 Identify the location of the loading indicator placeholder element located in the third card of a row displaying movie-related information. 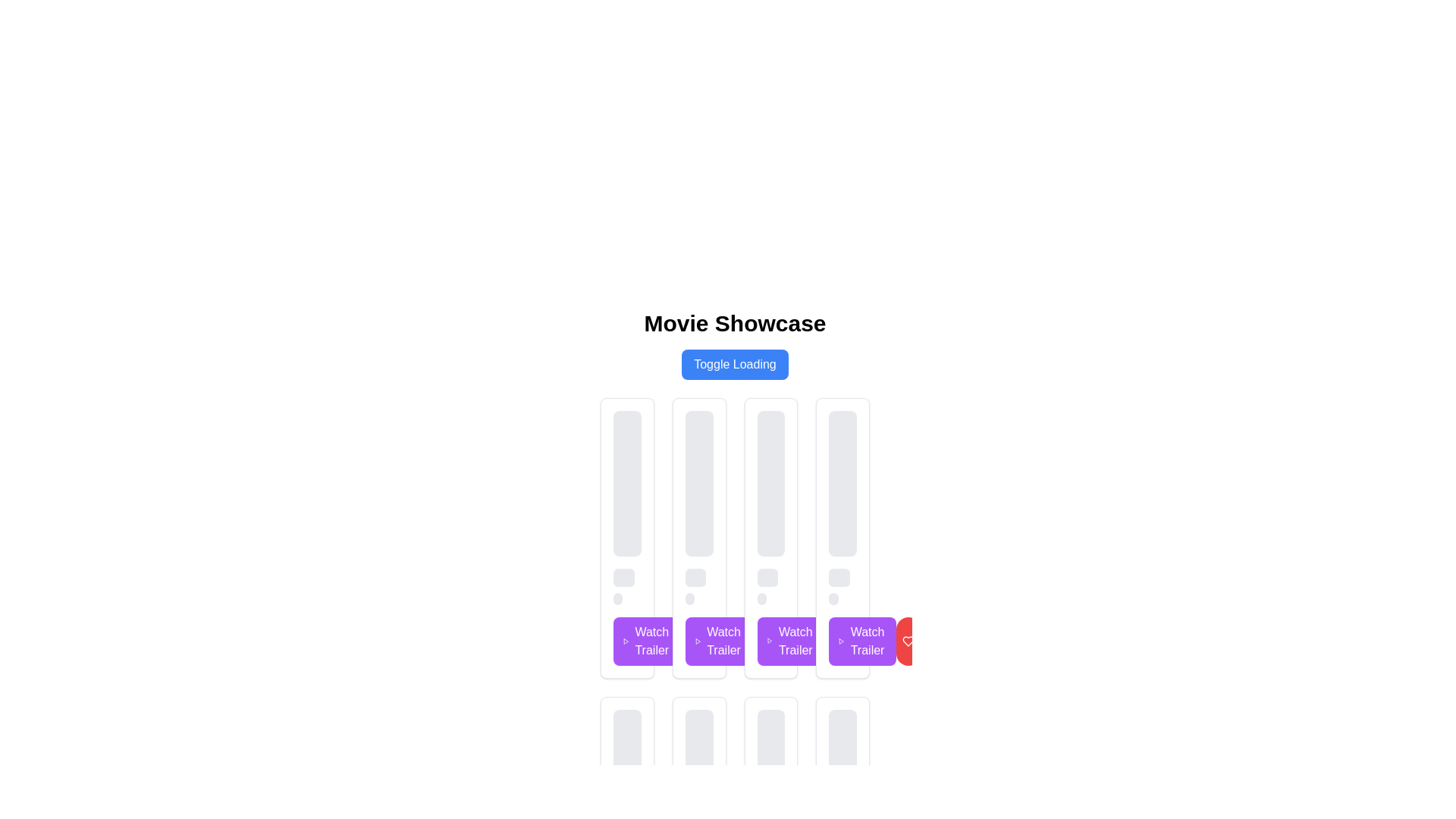
(770, 508).